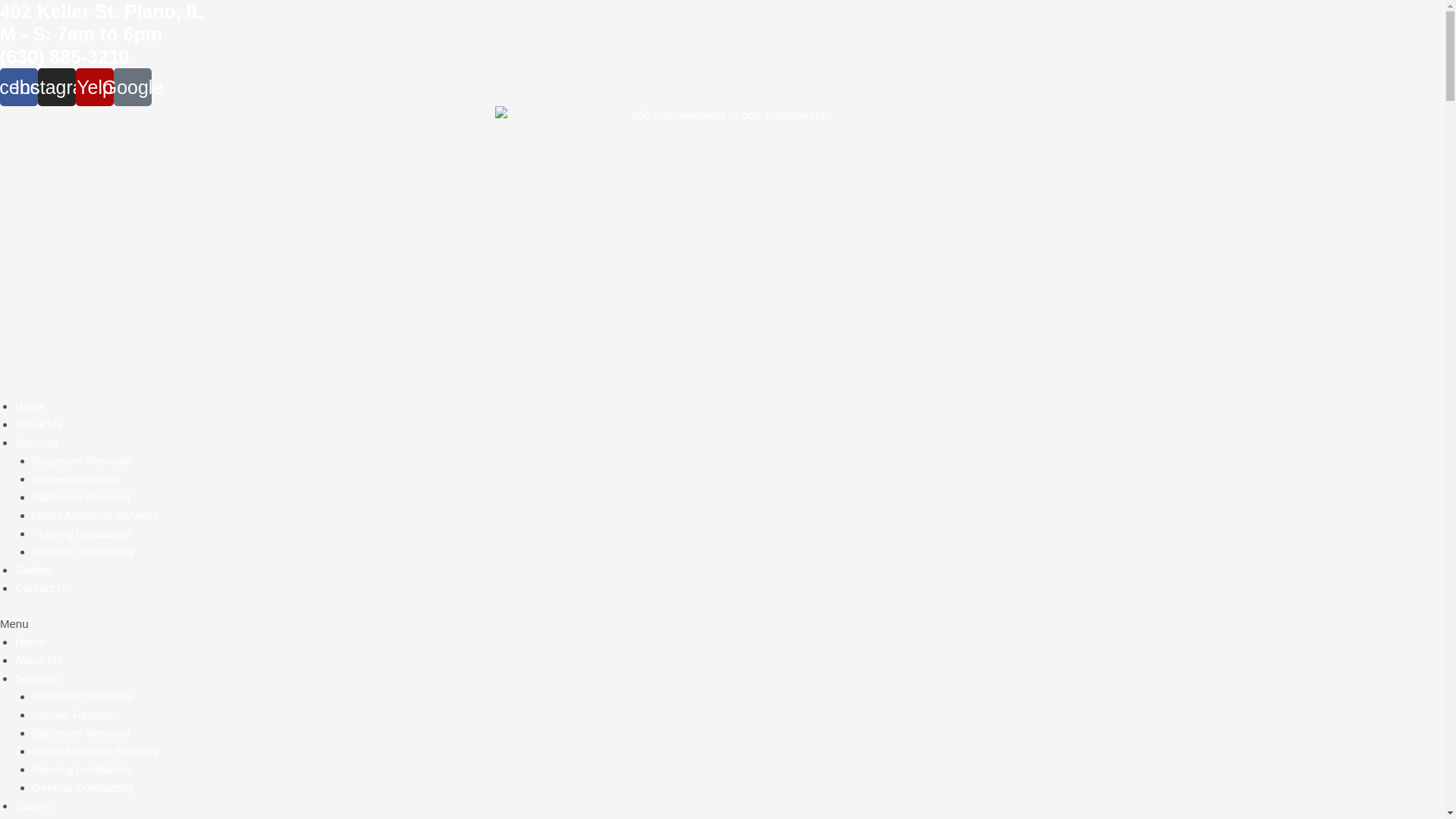 Image resolution: width=1456 pixels, height=819 pixels. I want to click on 'Home Additions Services', so click(94, 751).